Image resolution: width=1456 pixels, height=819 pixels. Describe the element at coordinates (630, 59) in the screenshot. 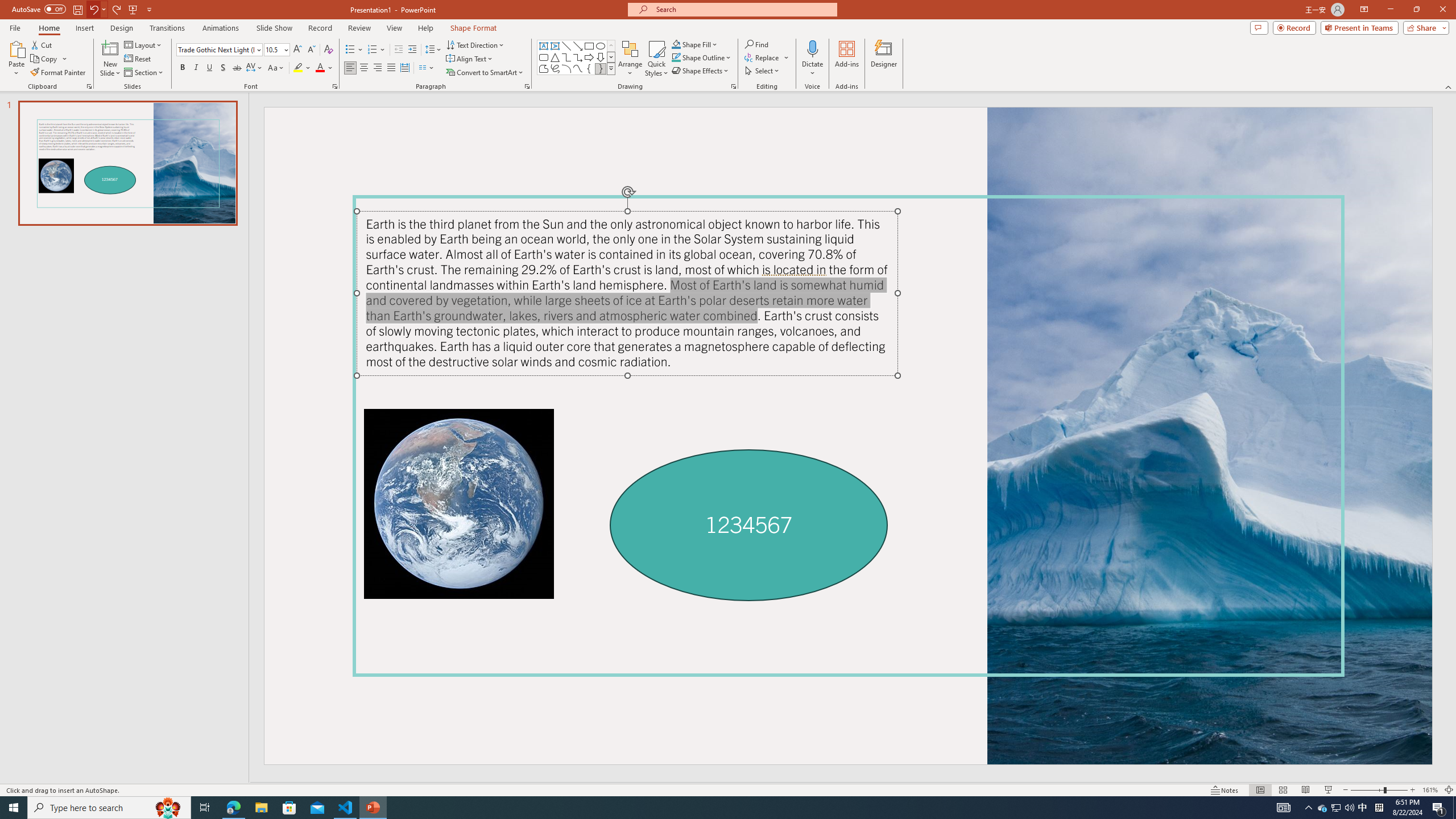

I see `'Arrange'` at that location.